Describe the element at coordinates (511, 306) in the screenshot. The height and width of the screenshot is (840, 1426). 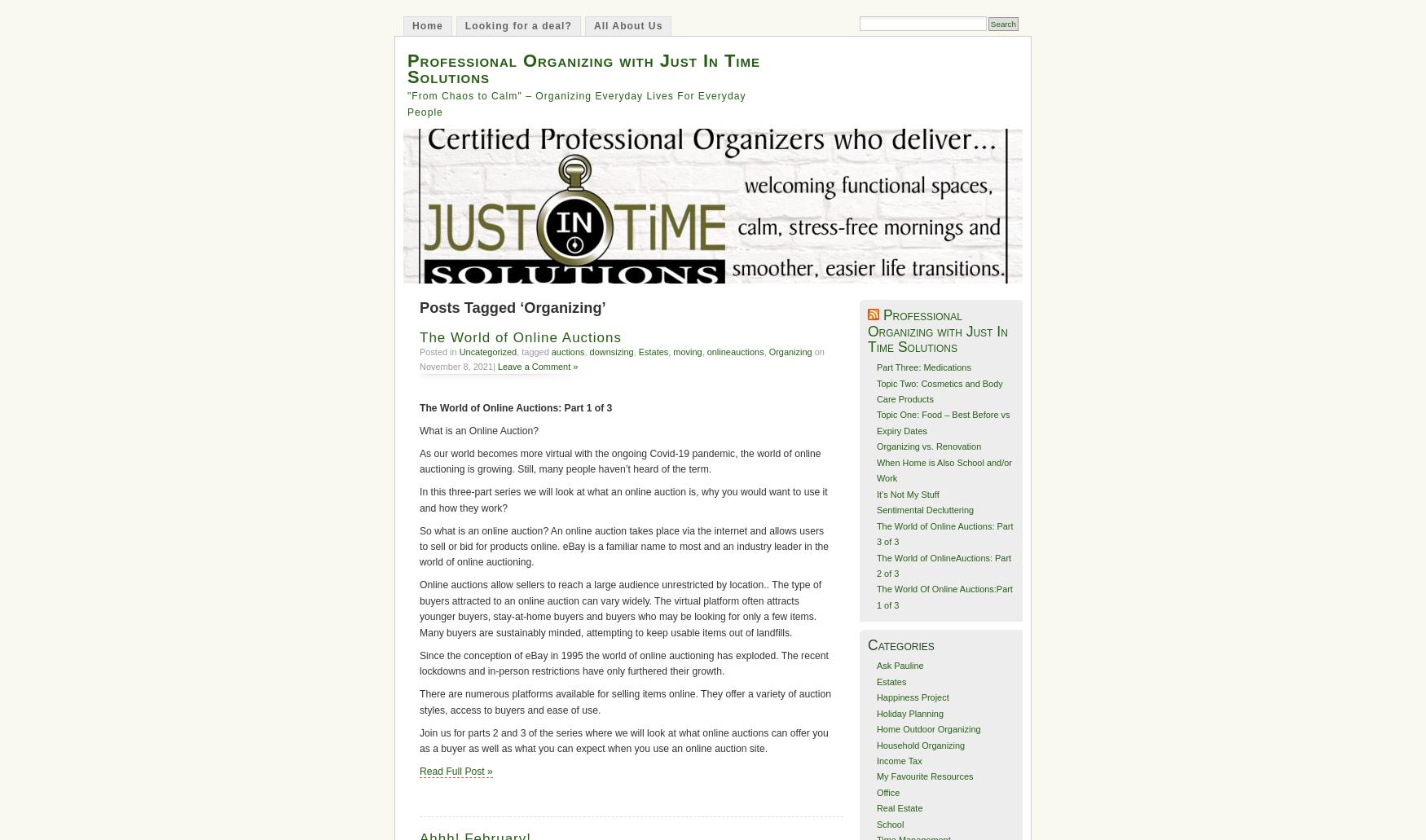
I see `'Posts Tagged ‘Organizing’'` at that location.